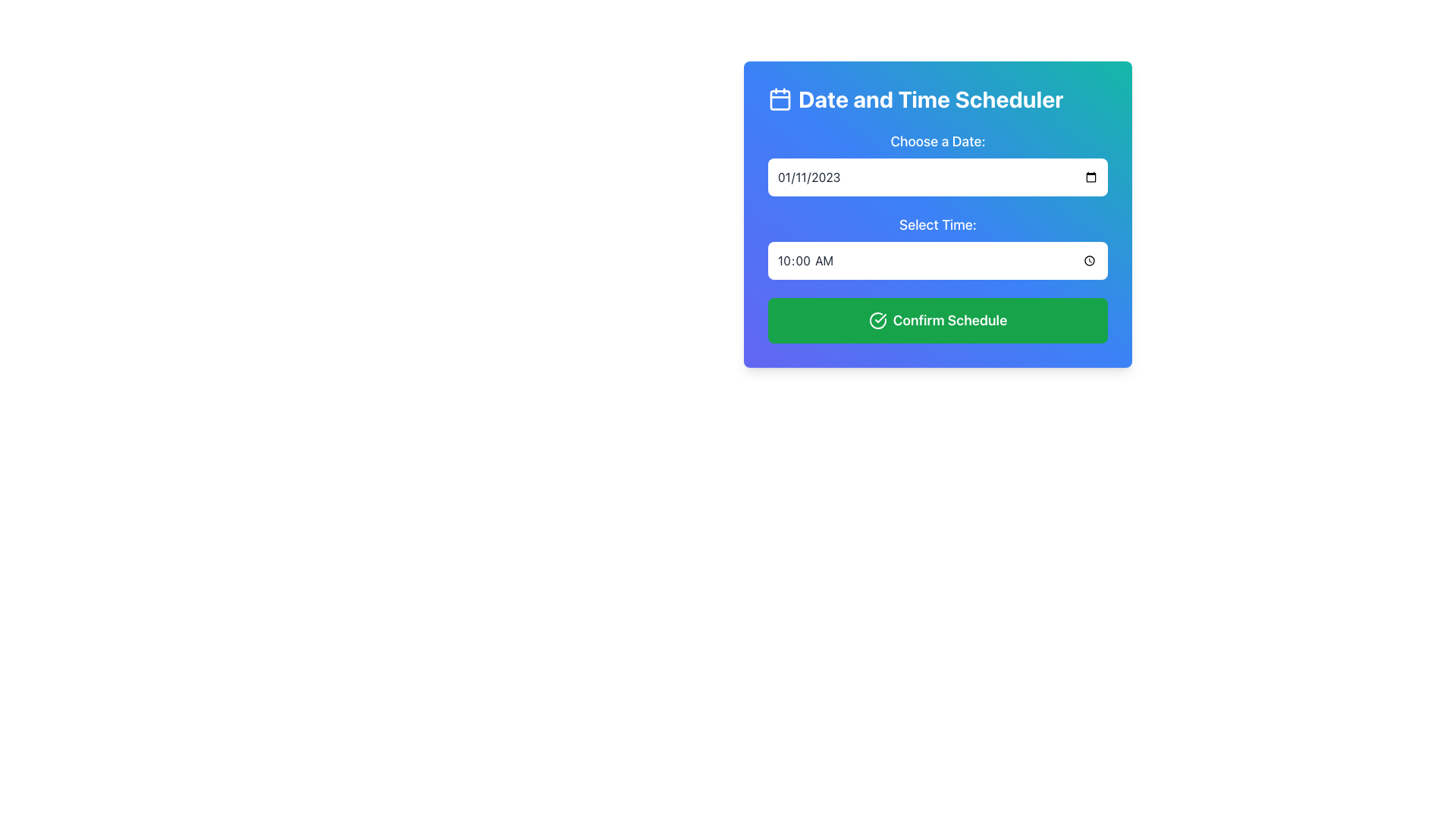 The height and width of the screenshot is (819, 1456). I want to click on the rectangular time input field displaying '10:00 AM', so click(937, 259).